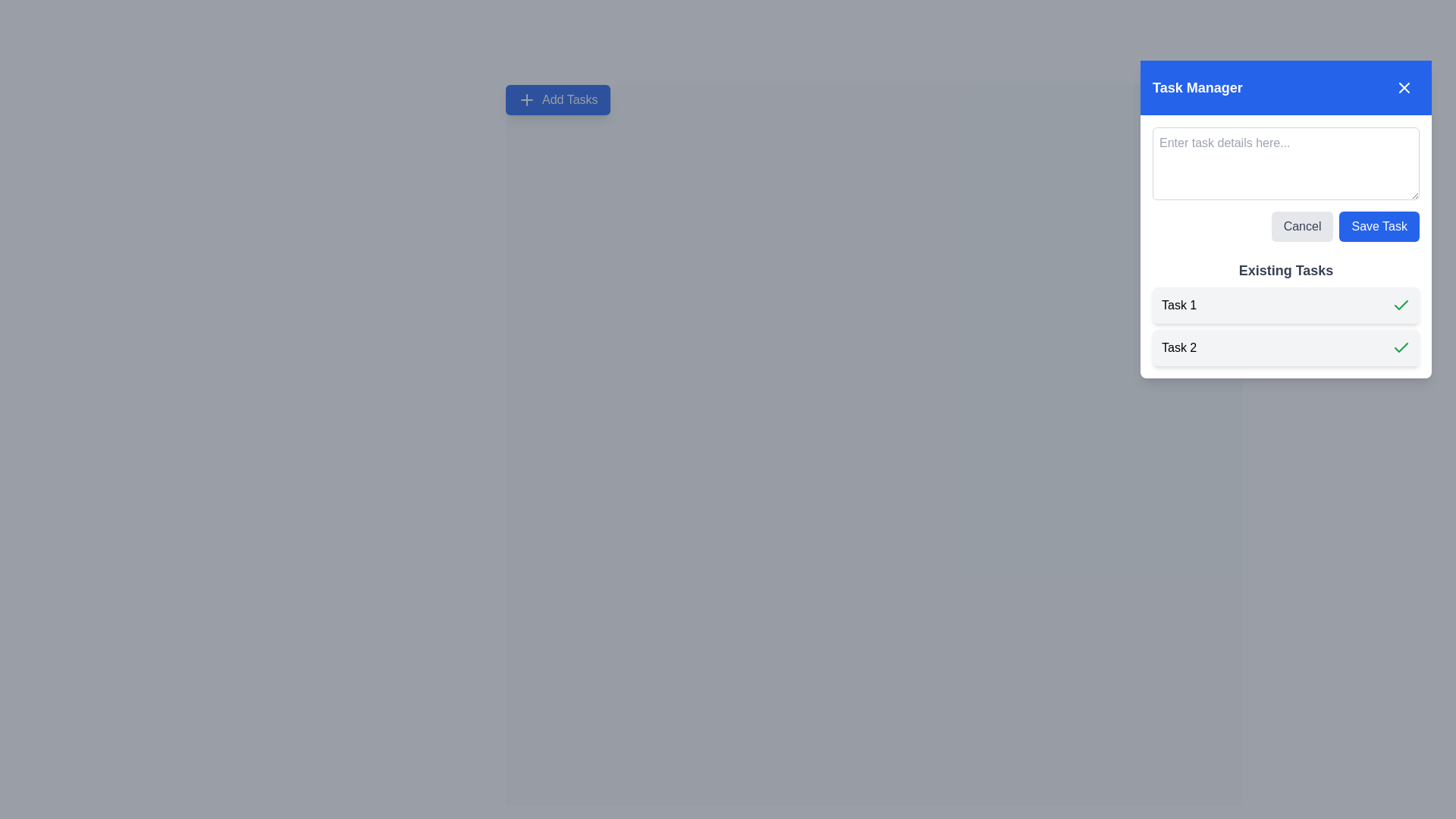 Image resolution: width=1456 pixels, height=819 pixels. What do you see at coordinates (1404, 87) in the screenshot?
I see `the small rounded square button with a blue background and a white 'X' mark located in the top-right corner of the 'Task Manager' header bar to invoke hover effects` at bounding box center [1404, 87].